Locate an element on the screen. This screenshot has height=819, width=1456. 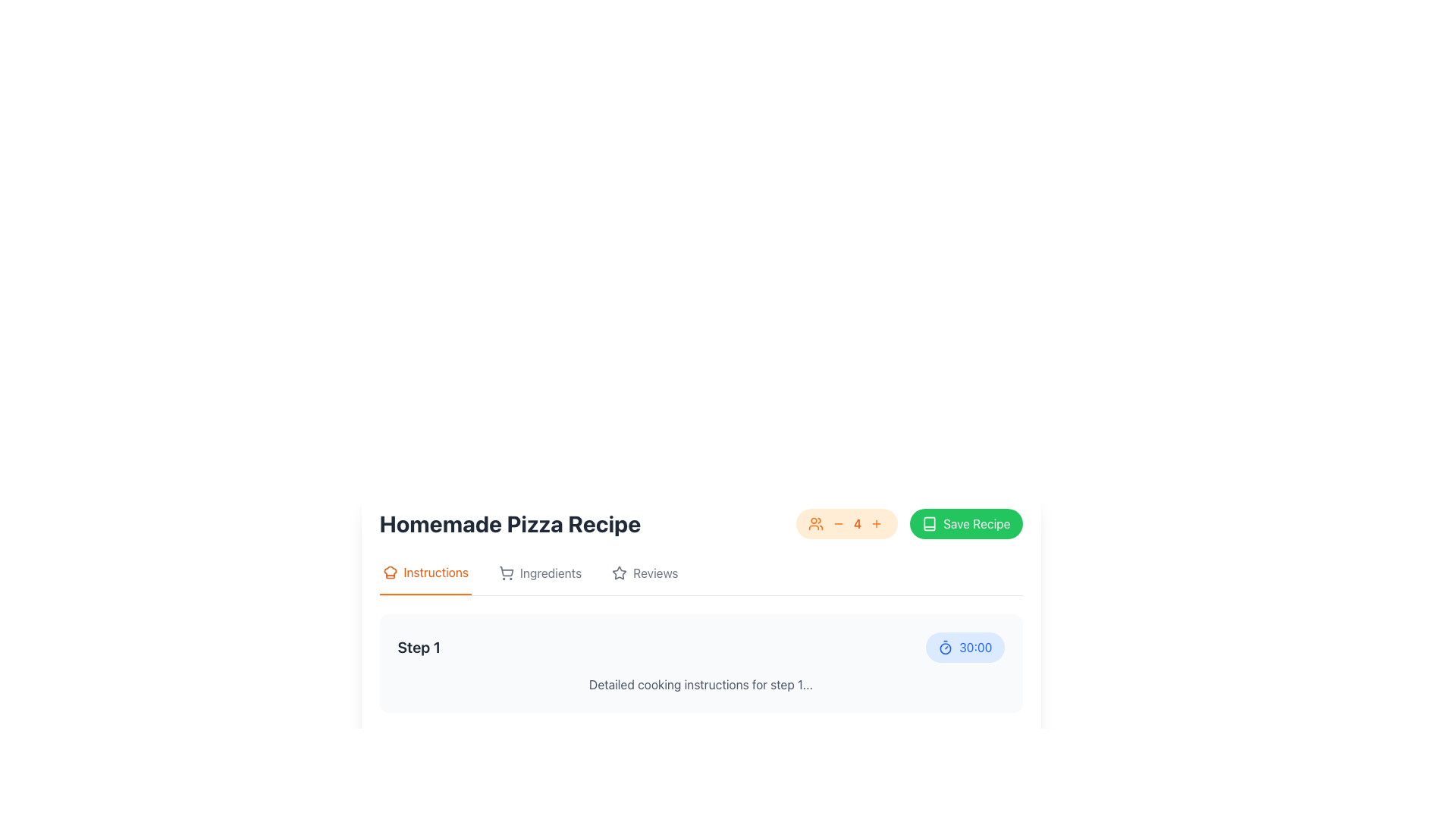
the 'Instructions' tab, which is the first tab in the navigation bar below the title 'Homemade Pizza Recipe', featuring an orange border and a chef hat icon is located at coordinates (425, 579).